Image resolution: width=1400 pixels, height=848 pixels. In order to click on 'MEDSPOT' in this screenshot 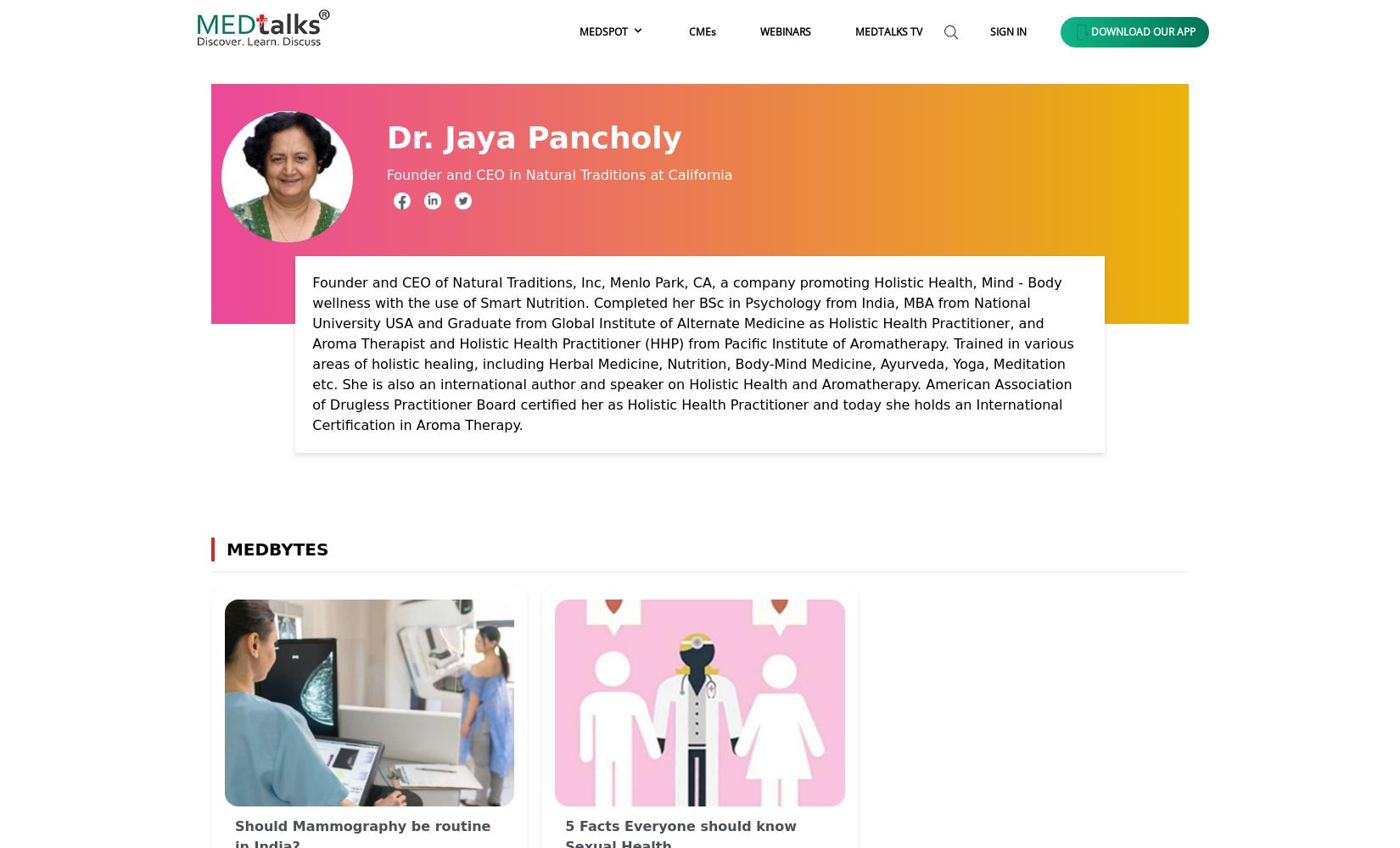, I will do `click(602, 31)`.